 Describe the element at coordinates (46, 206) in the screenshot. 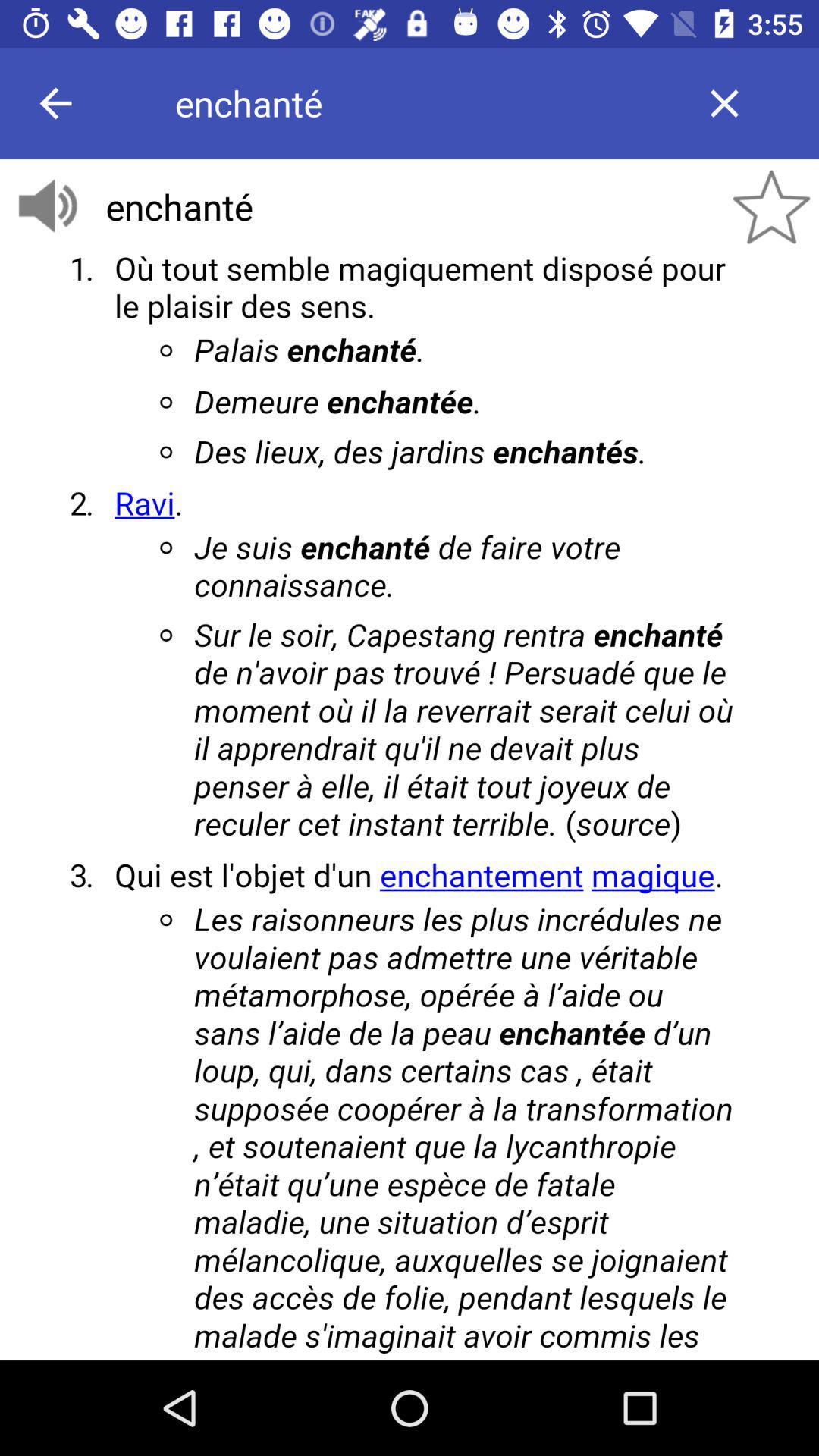

I see `the volume icon` at that location.